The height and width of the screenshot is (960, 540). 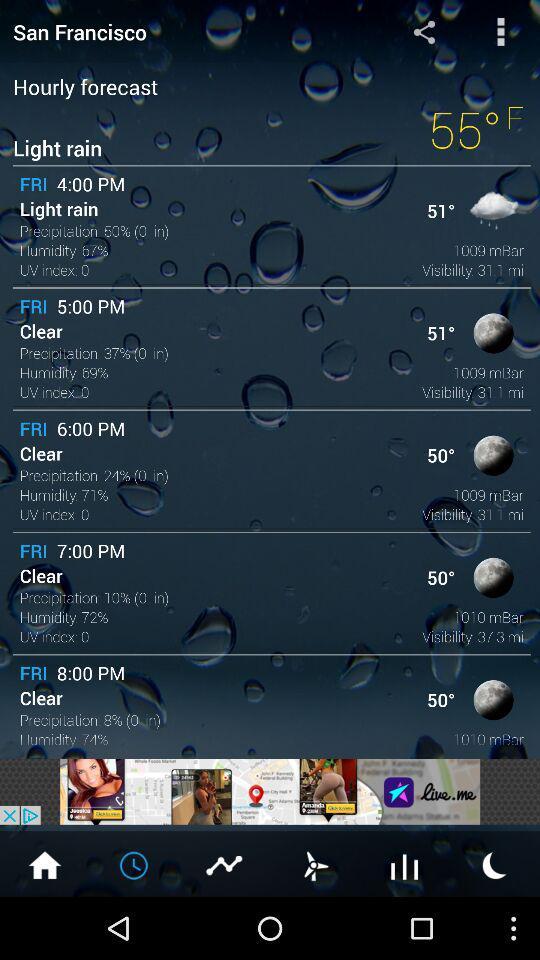 What do you see at coordinates (500, 30) in the screenshot?
I see `icon above hourly forecast icon` at bounding box center [500, 30].